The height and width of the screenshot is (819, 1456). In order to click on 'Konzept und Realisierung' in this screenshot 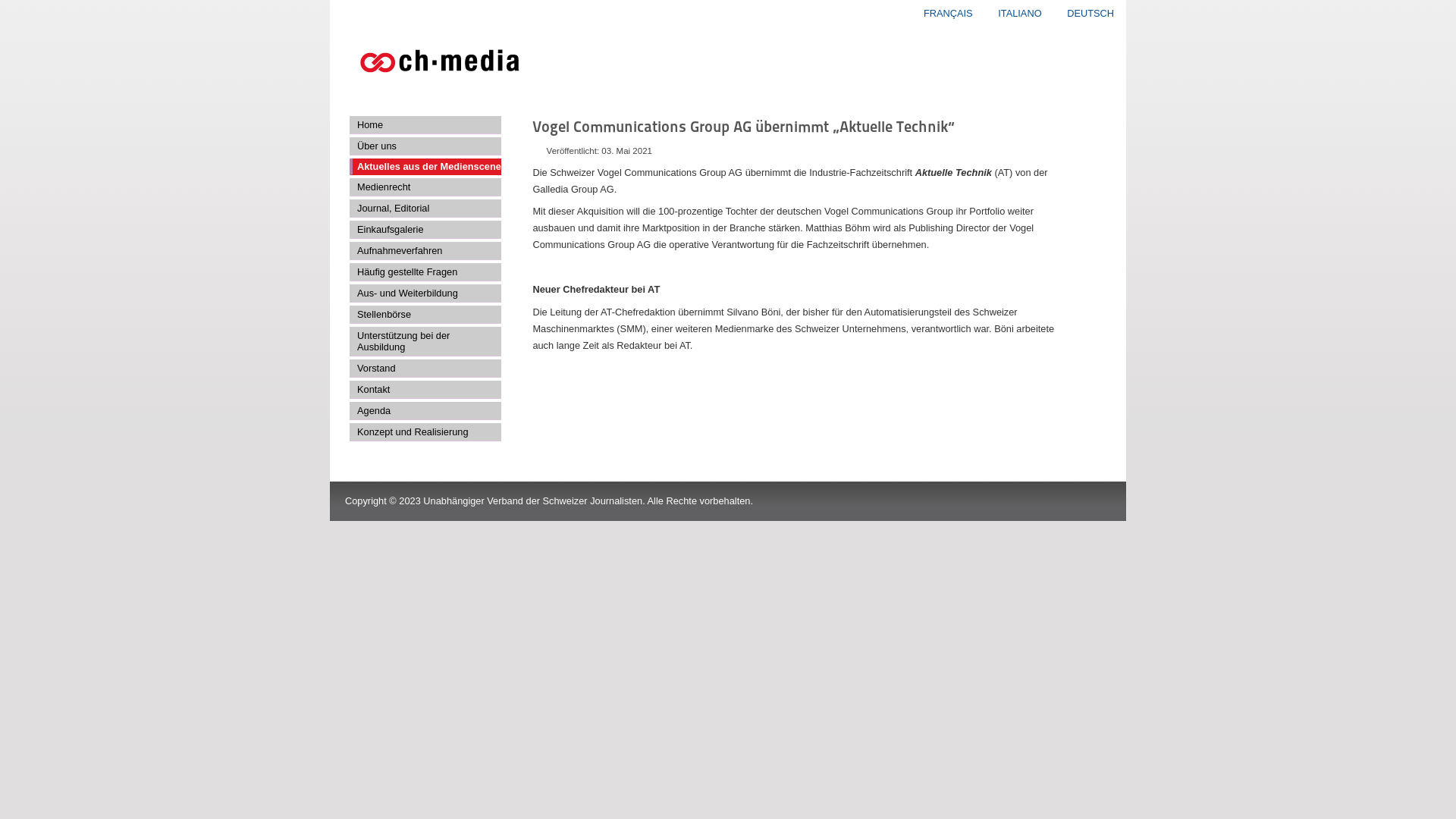, I will do `click(425, 432)`.